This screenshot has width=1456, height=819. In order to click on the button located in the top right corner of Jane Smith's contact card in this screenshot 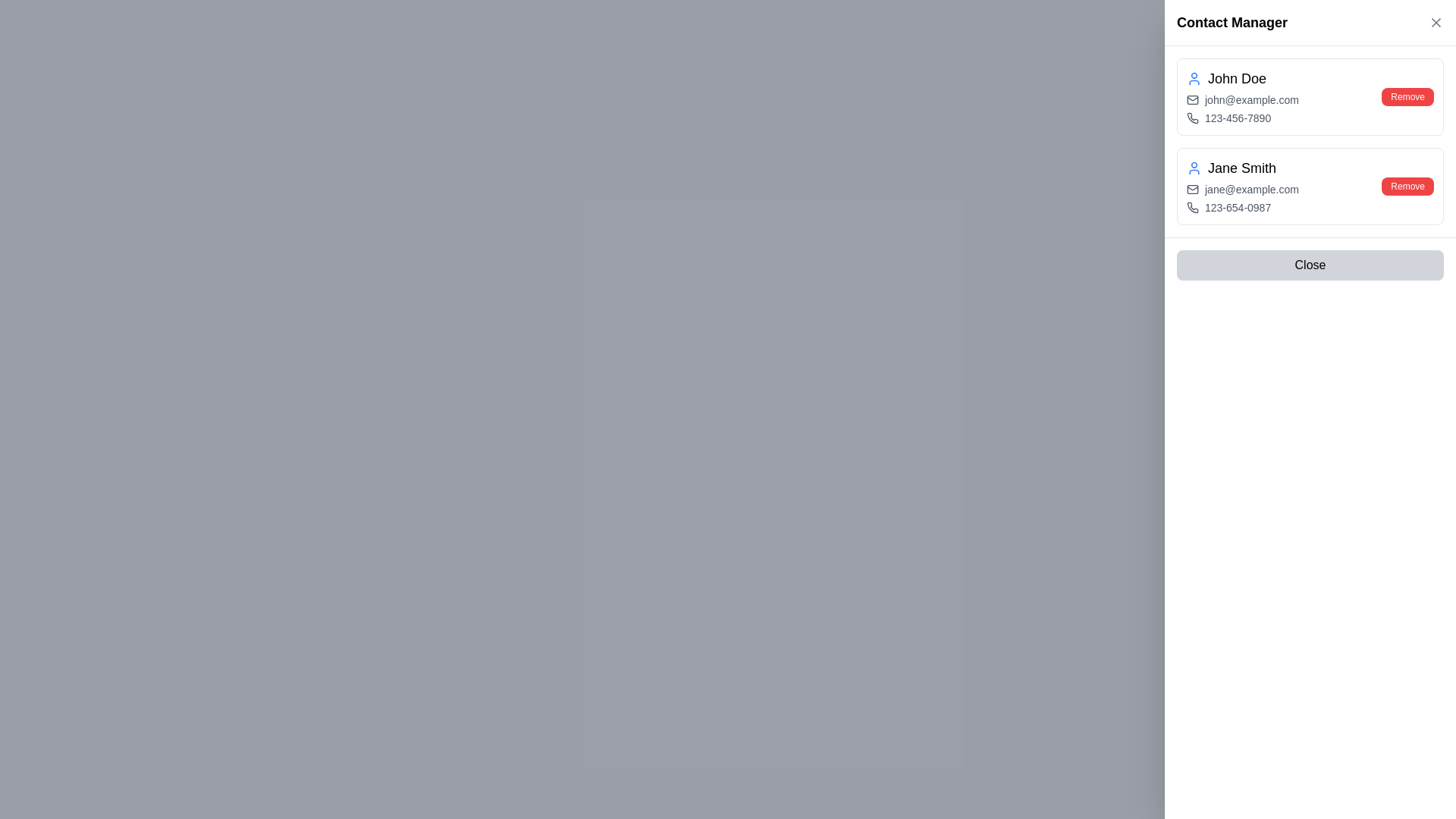, I will do `click(1407, 186)`.